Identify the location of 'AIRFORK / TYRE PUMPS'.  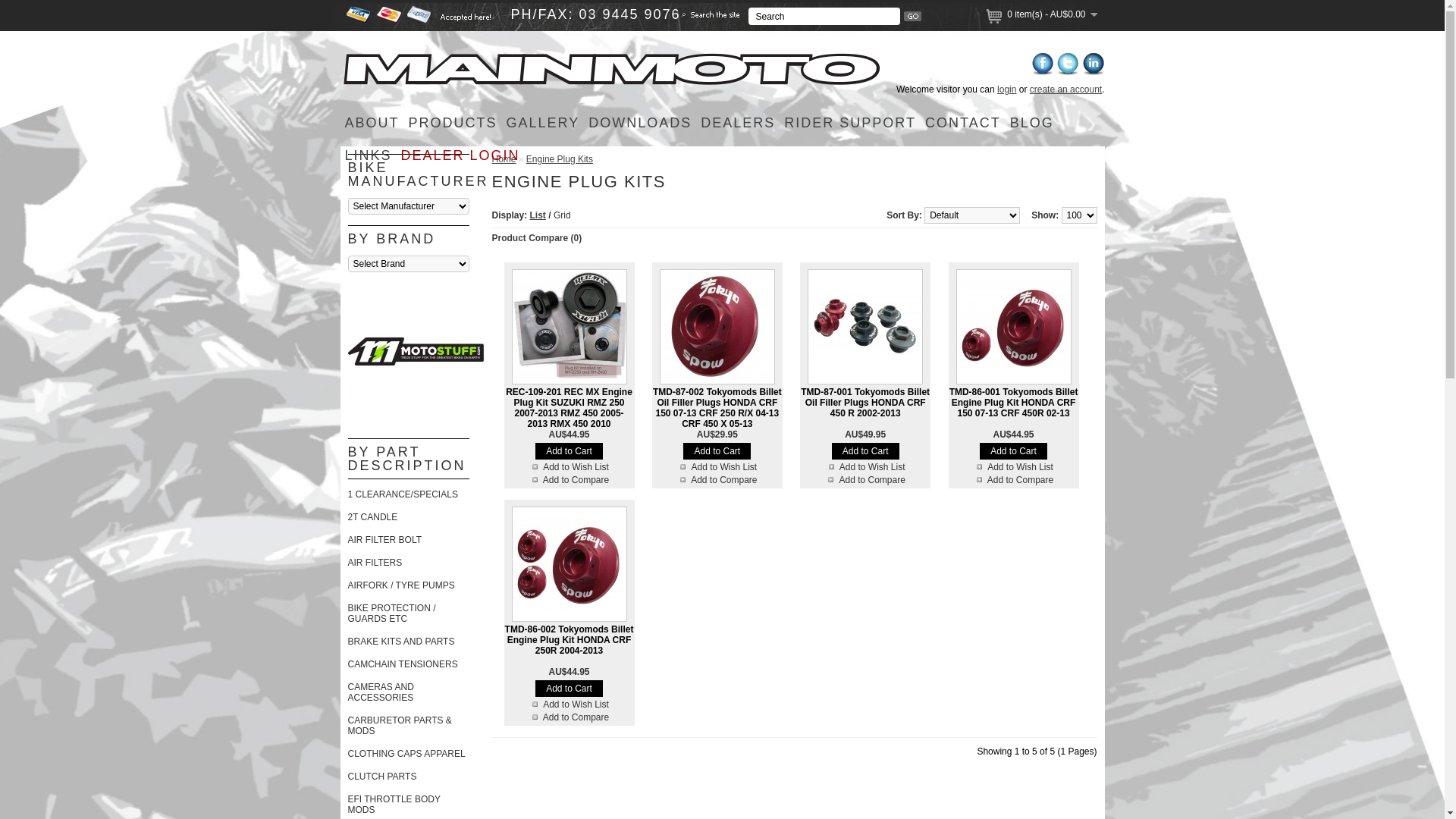
(400, 584).